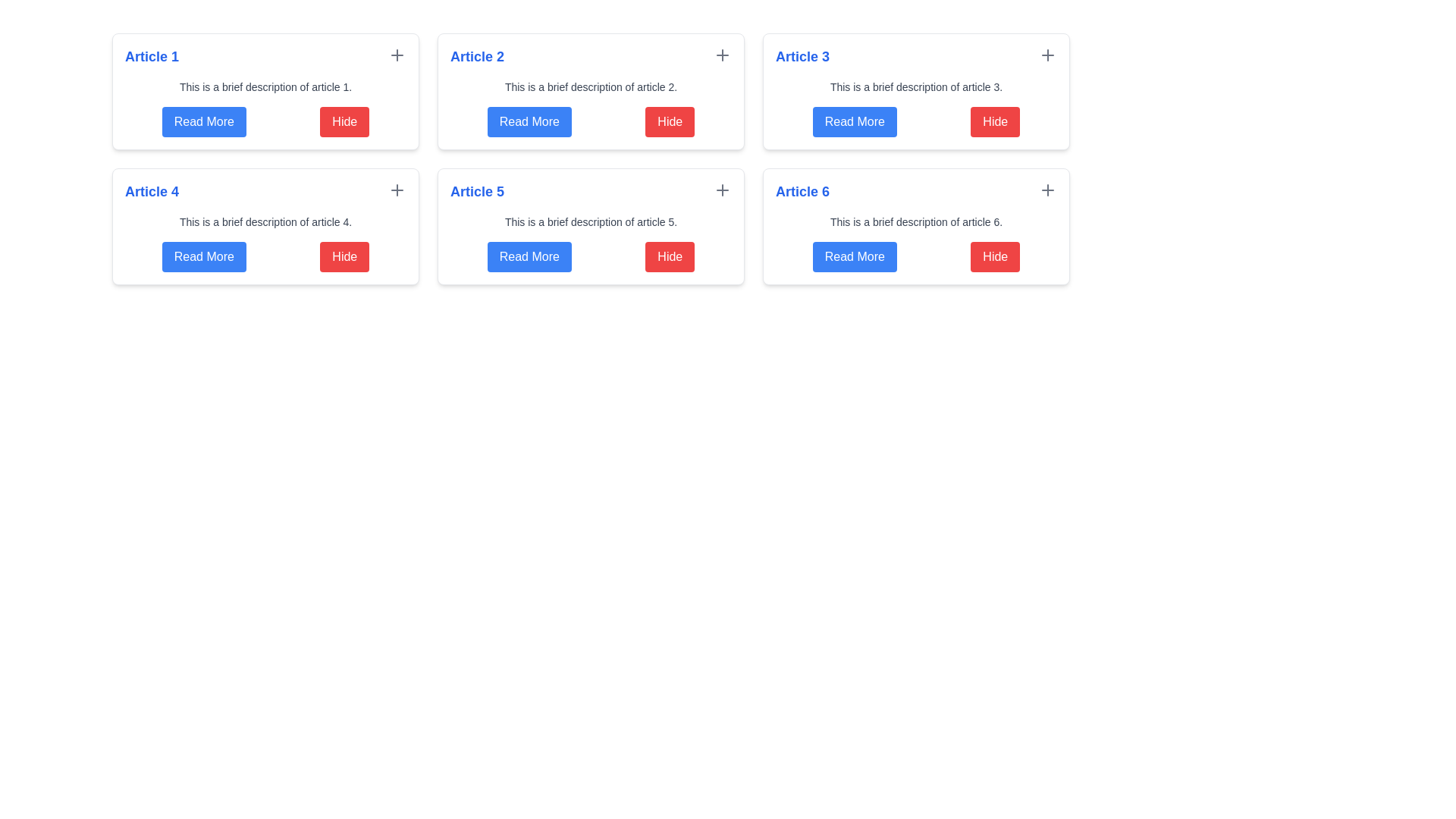 This screenshot has width=1456, height=819. Describe the element at coordinates (1047, 189) in the screenshot. I see `the interactive button in the top-right corner of the 'Article 6' section` at that location.